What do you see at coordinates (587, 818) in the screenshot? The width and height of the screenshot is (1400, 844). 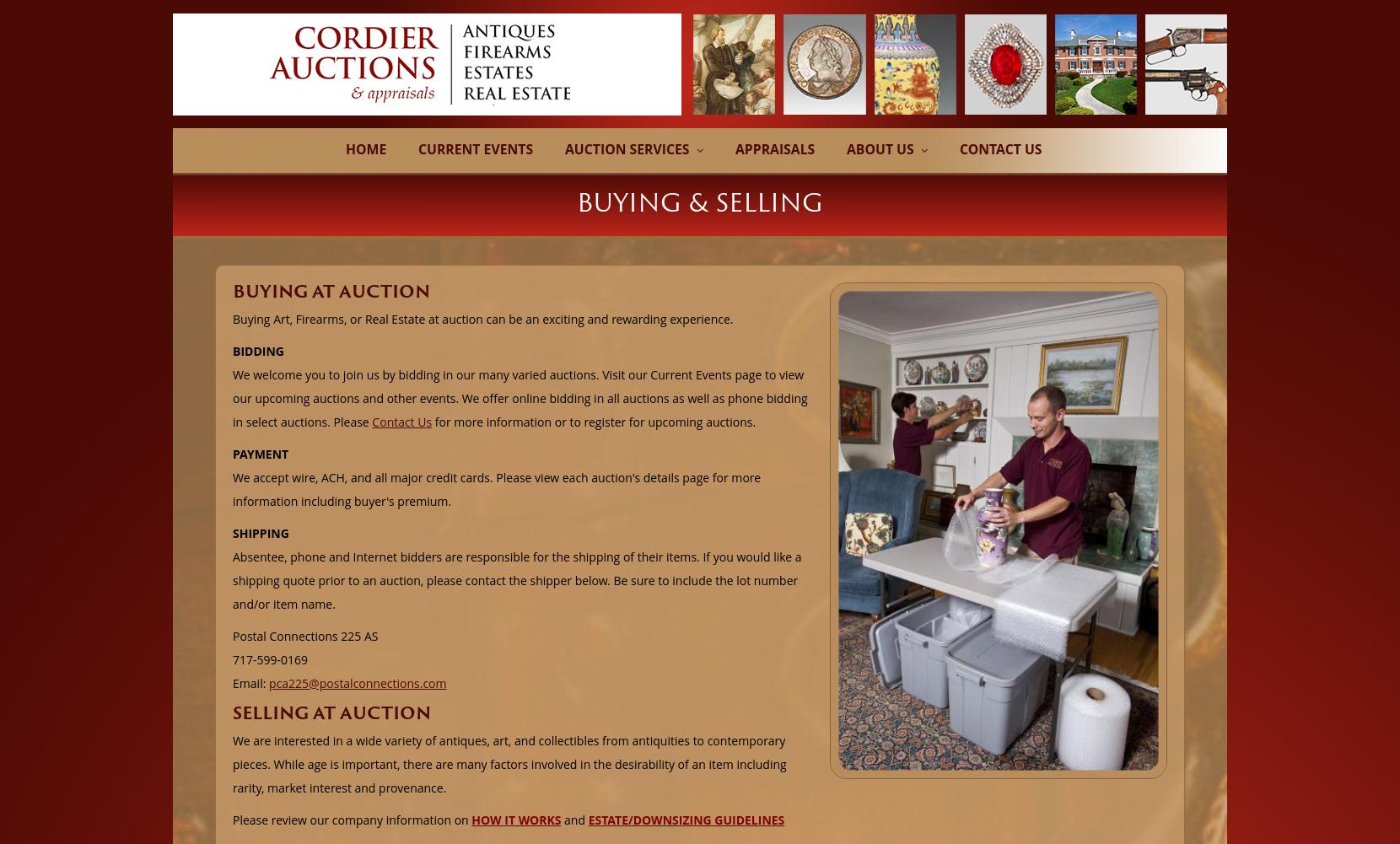 I see `'ESTATE/DOWNSIZING GUIDELINES'` at bounding box center [587, 818].